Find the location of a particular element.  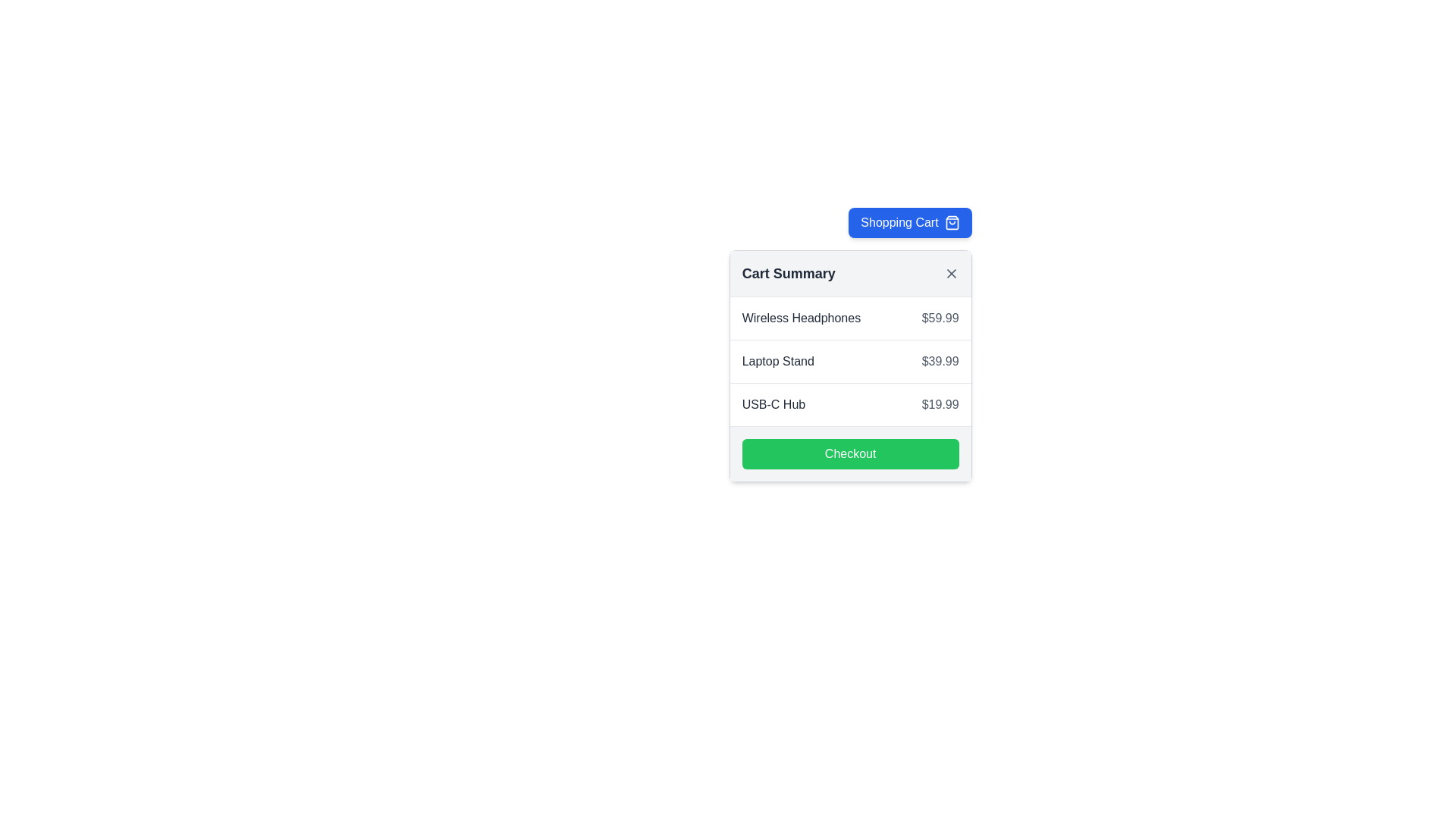

the checkout button located at the bottom of the cart summary to proceed to payment or confirmation is located at coordinates (850, 453).